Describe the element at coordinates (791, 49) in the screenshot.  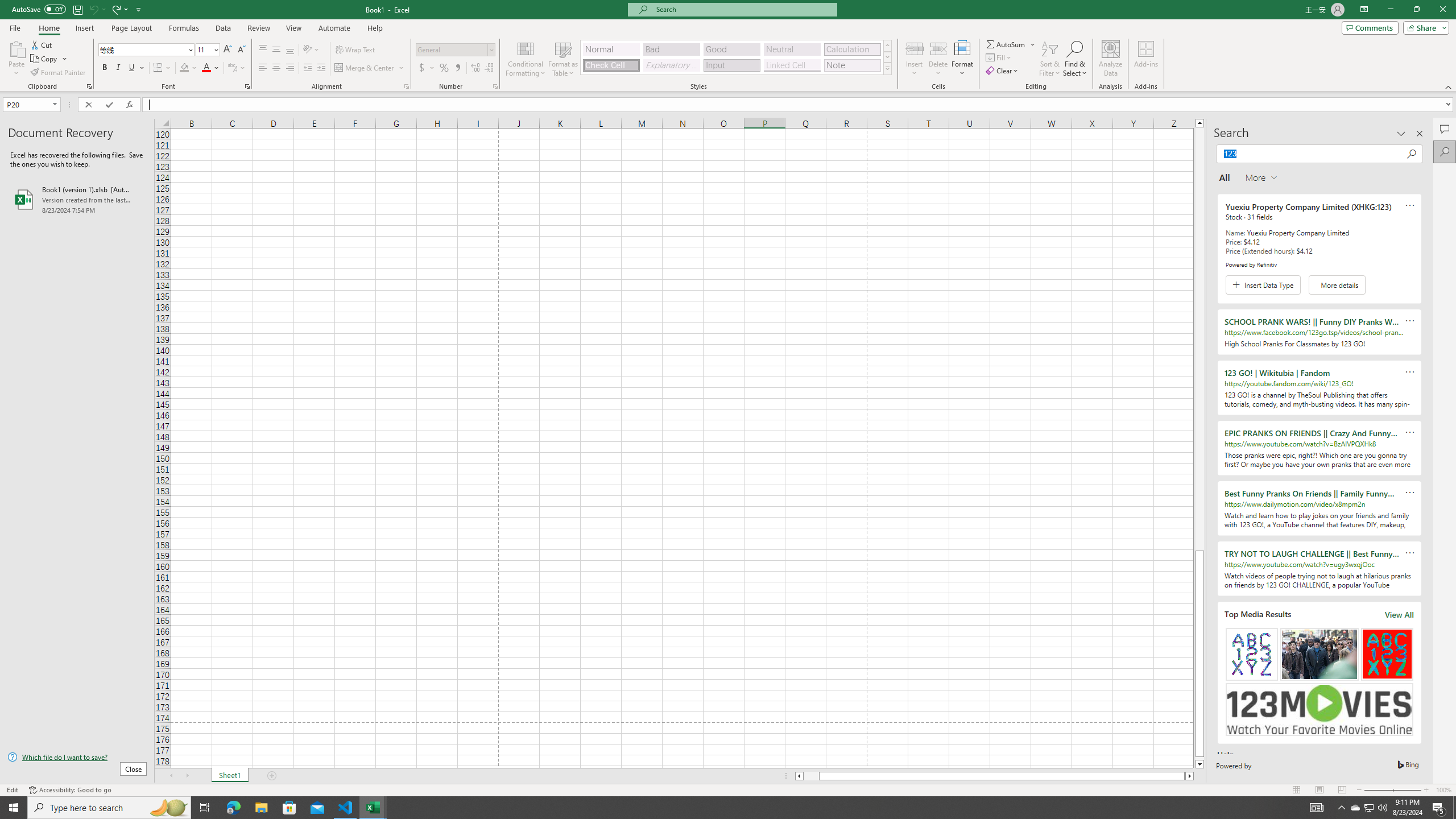
I see `'Neutral'` at that location.